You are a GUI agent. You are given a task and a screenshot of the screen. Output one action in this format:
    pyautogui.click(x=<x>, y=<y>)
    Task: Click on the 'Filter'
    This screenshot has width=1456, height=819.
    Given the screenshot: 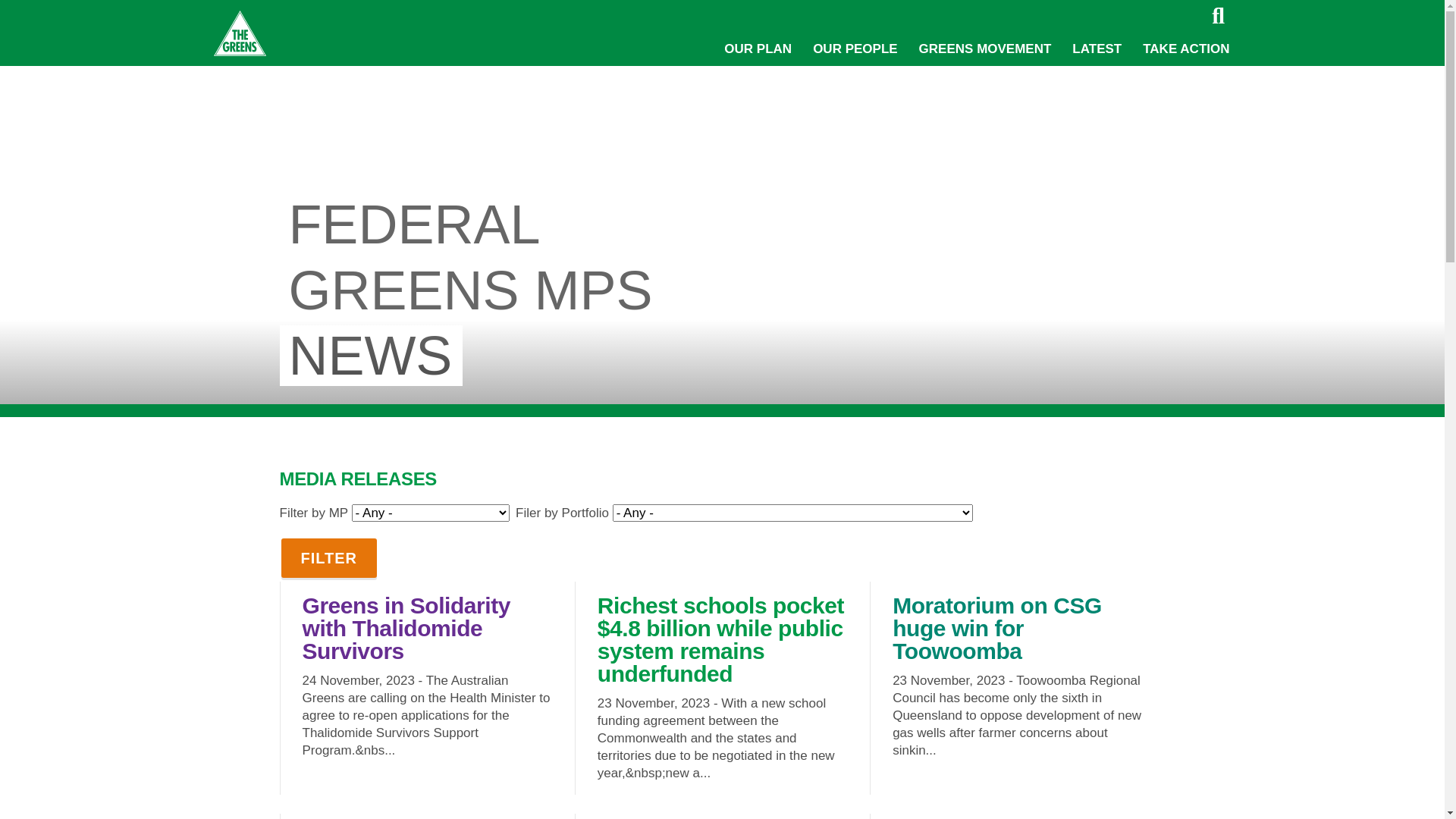 What is the action you would take?
    pyautogui.click(x=328, y=558)
    